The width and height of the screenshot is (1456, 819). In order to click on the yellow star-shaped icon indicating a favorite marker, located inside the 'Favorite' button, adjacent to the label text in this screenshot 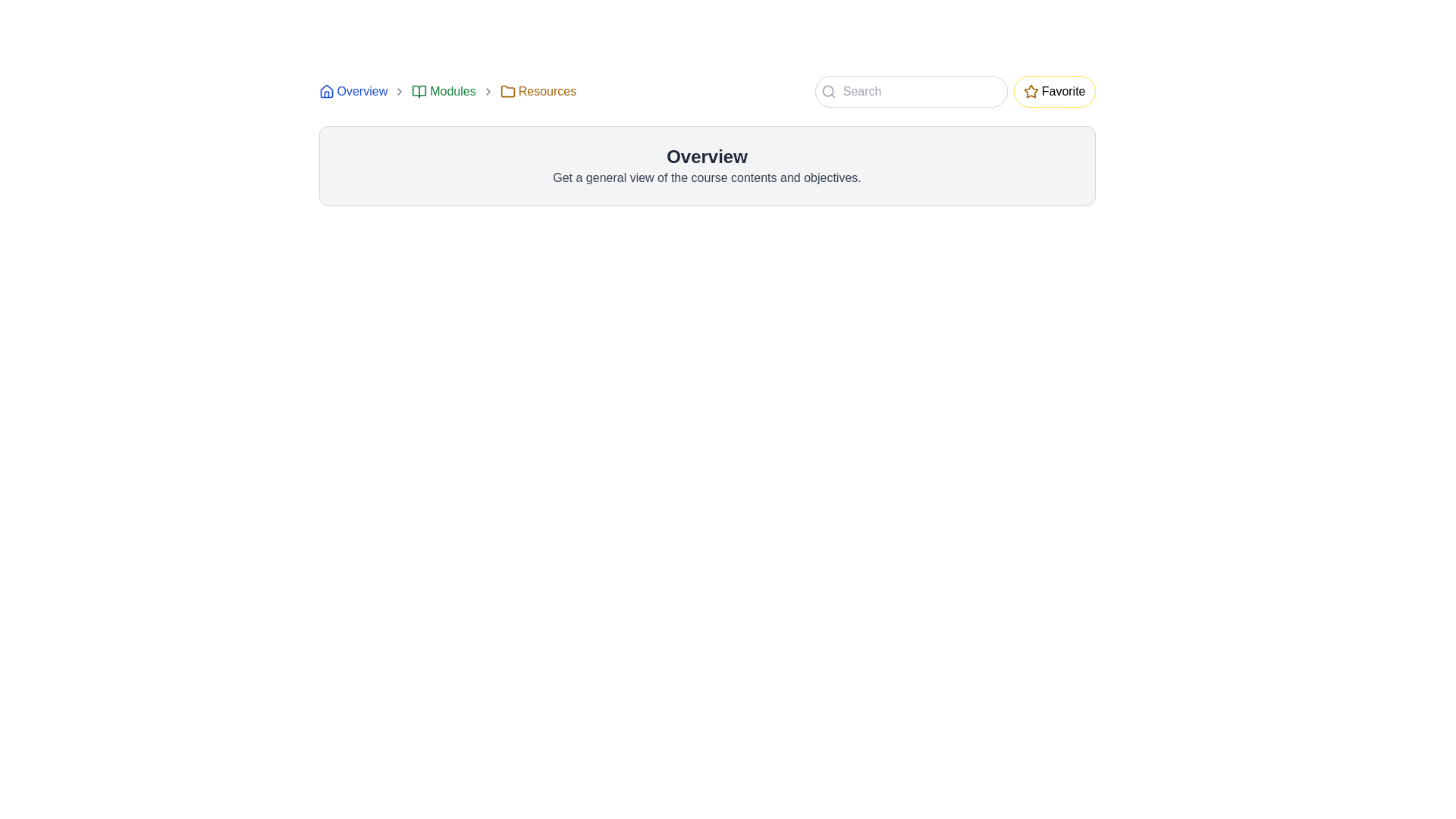, I will do `click(1031, 91)`.